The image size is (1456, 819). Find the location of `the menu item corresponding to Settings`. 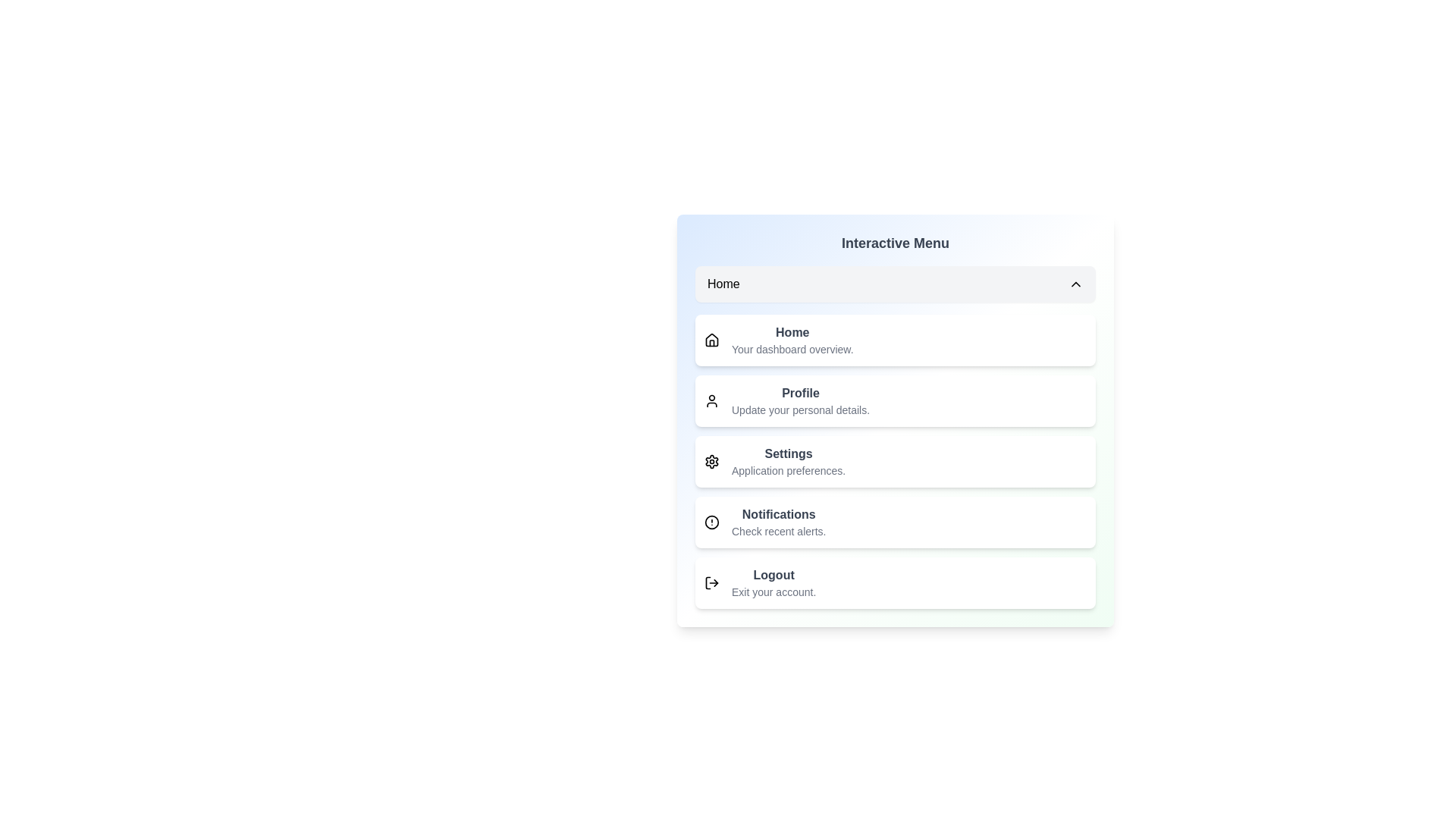

the menu item corresponding to Settings is located at coordinates (895, 461).